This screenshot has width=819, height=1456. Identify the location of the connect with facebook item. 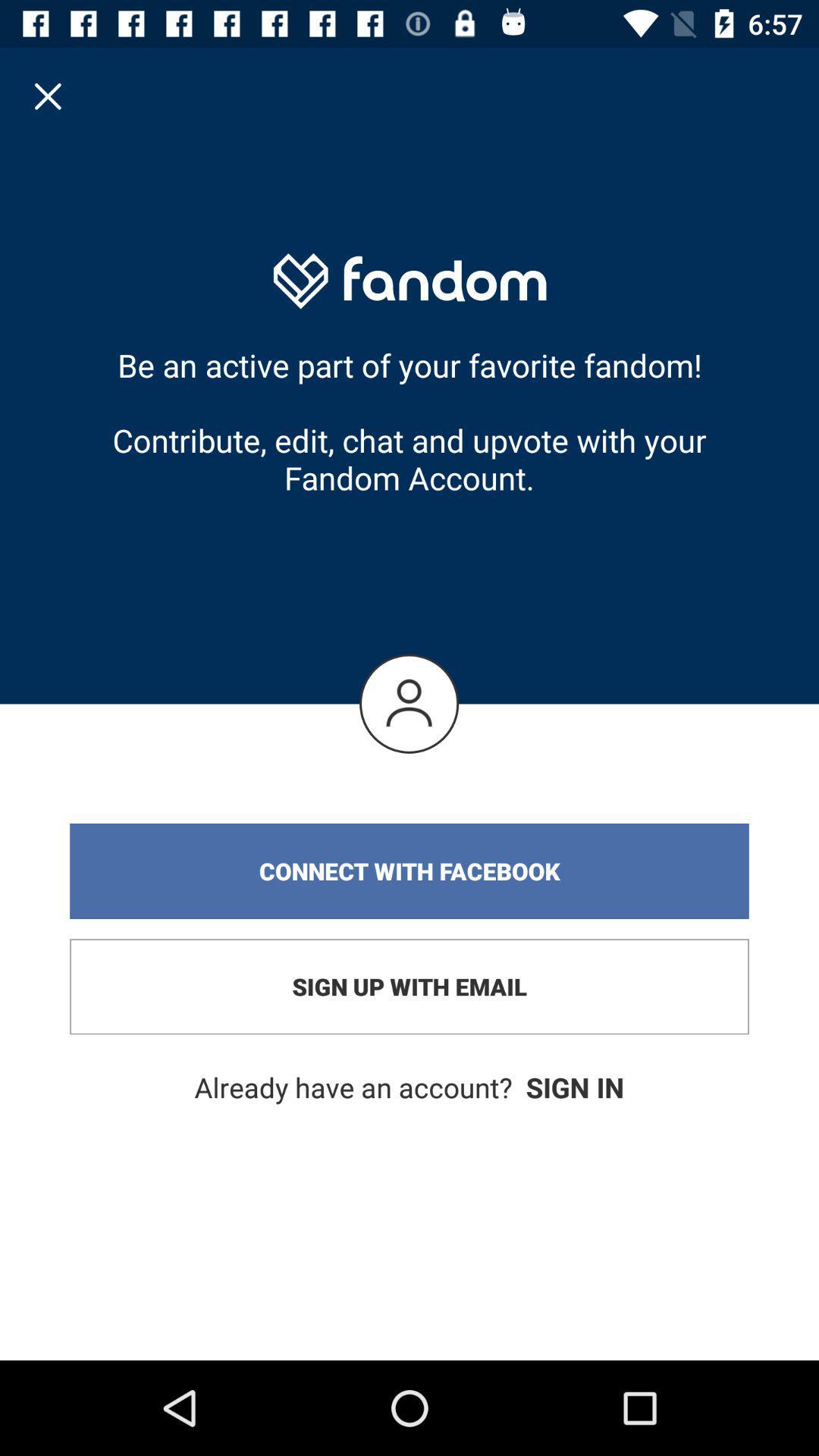
(409, 871).